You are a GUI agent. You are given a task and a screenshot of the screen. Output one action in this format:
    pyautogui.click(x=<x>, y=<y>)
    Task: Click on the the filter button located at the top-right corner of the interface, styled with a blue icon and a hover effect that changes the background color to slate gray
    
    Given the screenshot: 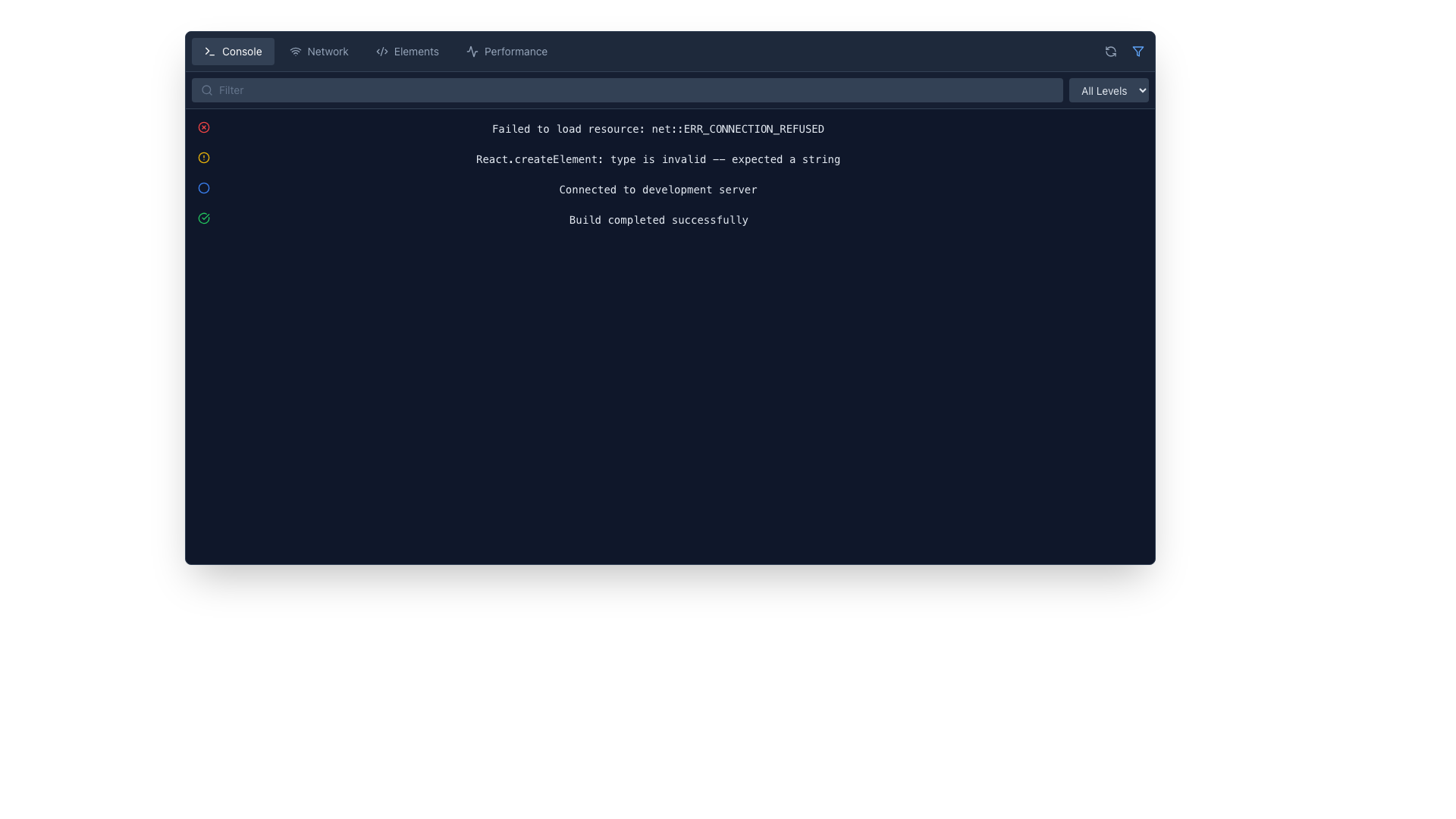 What is the action you would take?
    pyautogui.click(x=1138, y=51)
    